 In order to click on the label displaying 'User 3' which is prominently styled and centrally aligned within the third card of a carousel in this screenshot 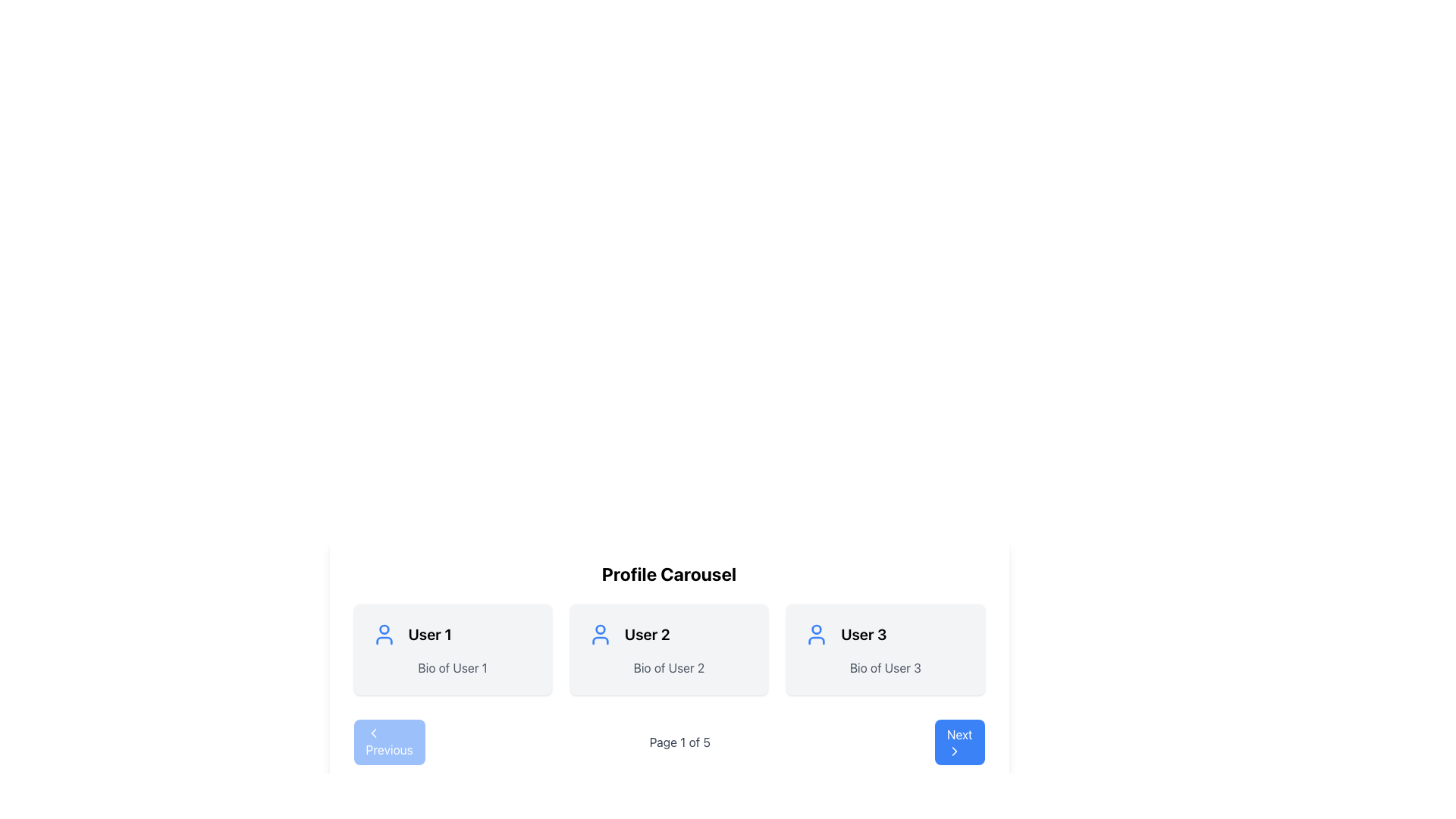, I will do `click(885, 635)`.